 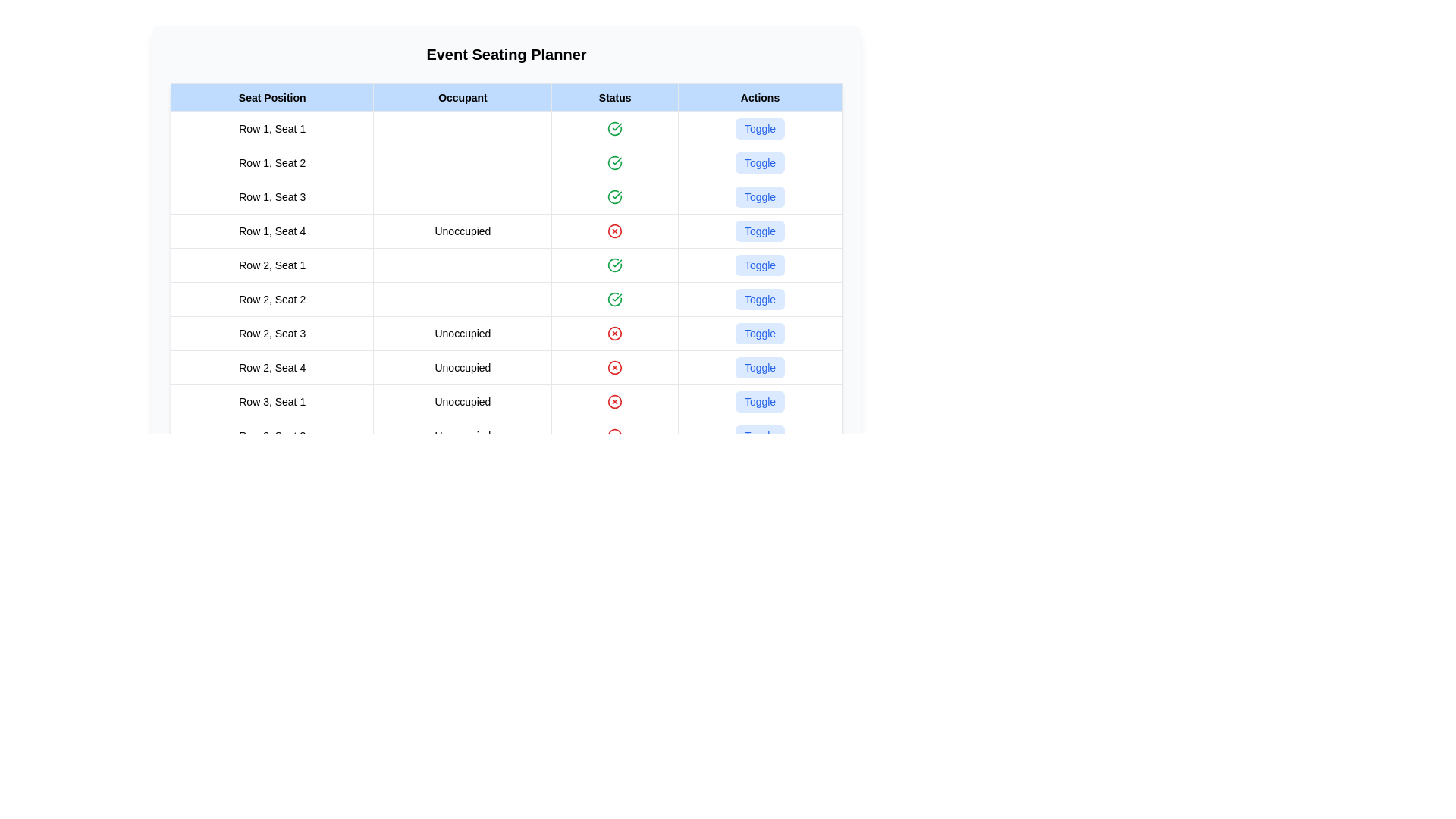 What do you see at coordinates (272, 231) in the screenshot?
I see `the Table cell that identifies 'Row 1, Seat 4' in the event seating plan, located under the 'Seat Position' column` at bounding box center [272, 231].